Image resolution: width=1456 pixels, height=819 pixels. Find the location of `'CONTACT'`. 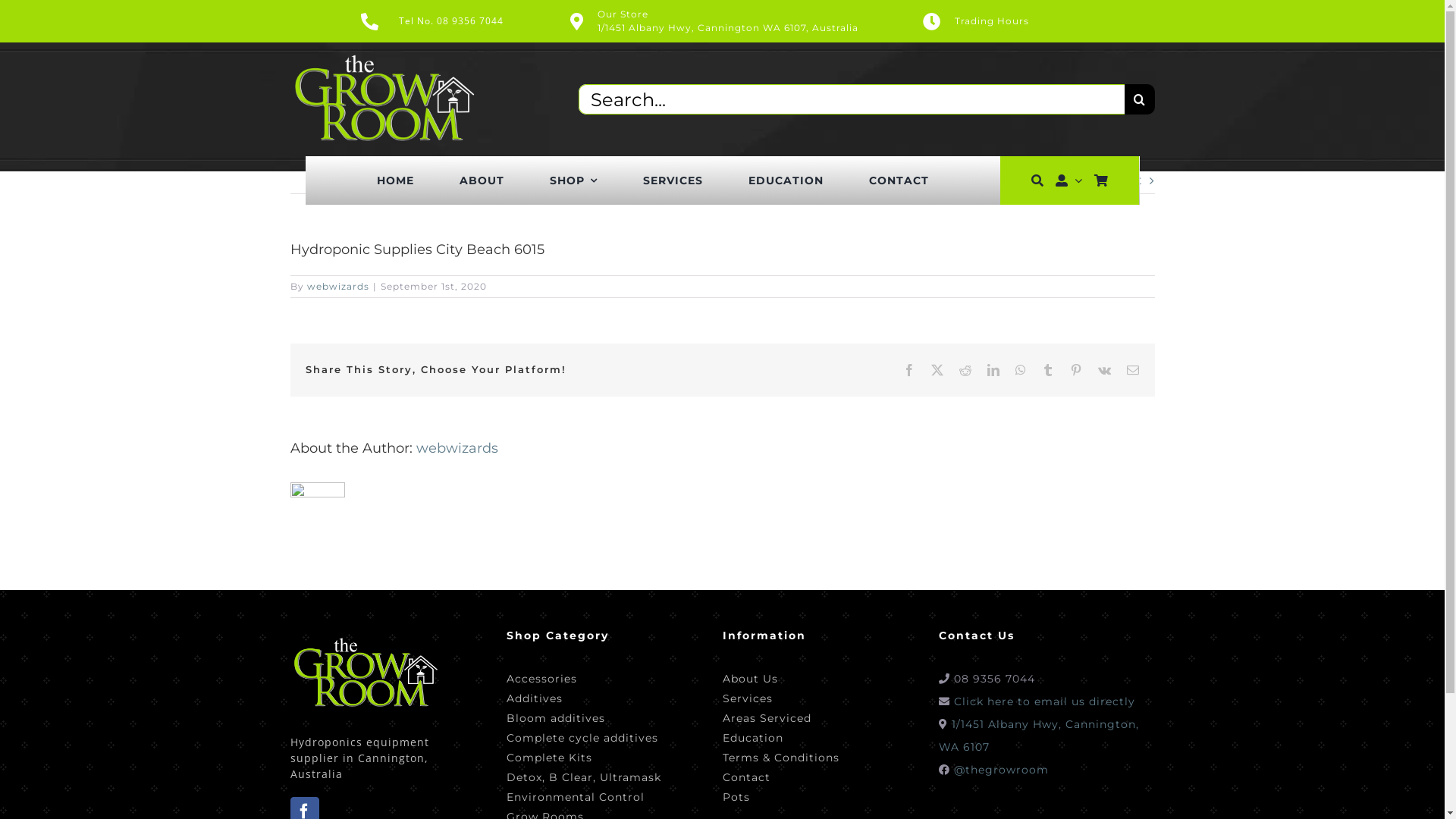

'CONTACT' is located at coordinates (869, 180).